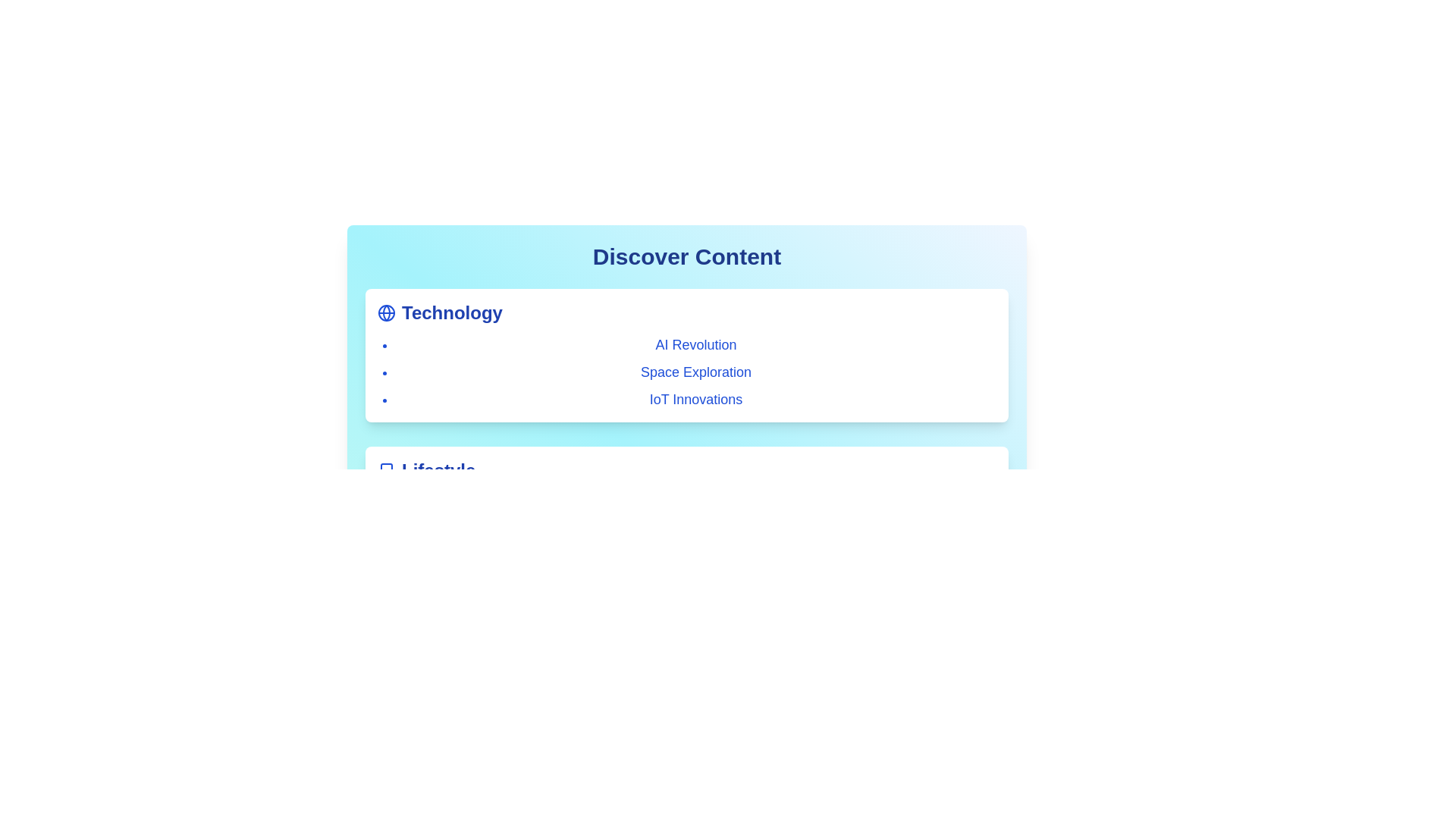 This screenshot has height=819, width=1456. I want to click on the category or item Technology to view its hover effect, so click(386, 312).